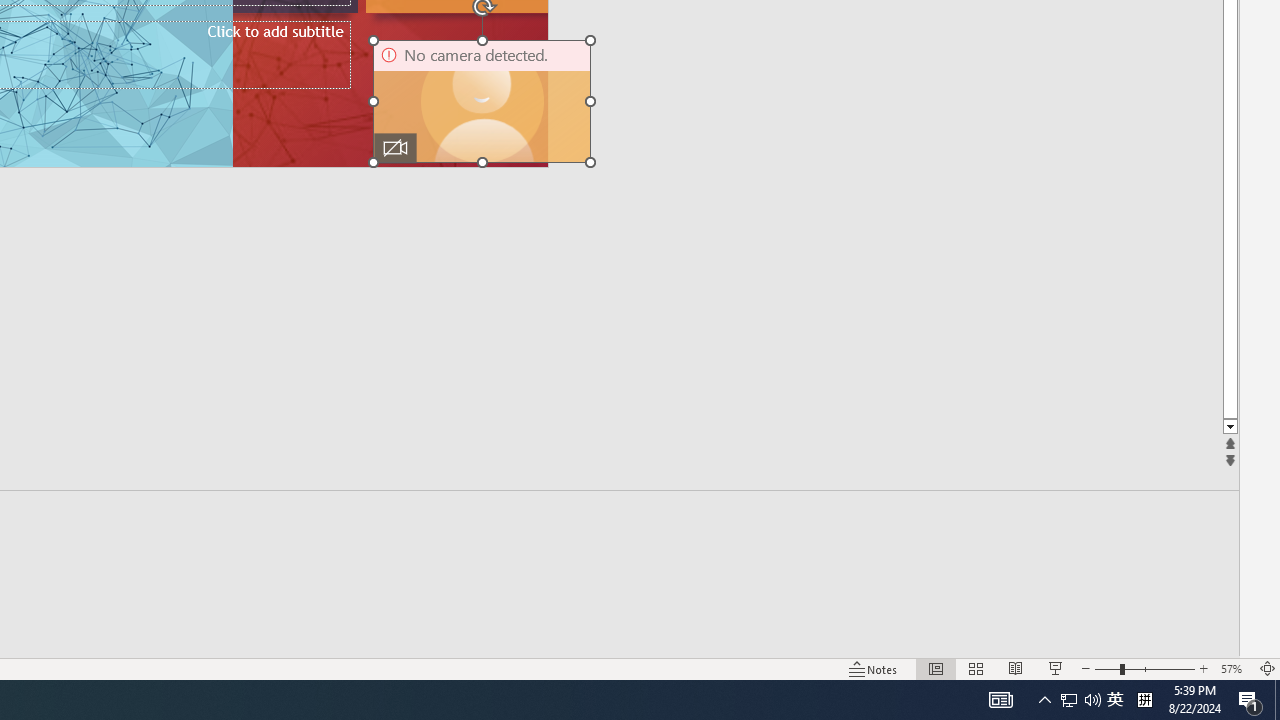  Describe the element at coordinates (1233, 669) in the screenshot. I see `'Zoom 57%'` at that location.